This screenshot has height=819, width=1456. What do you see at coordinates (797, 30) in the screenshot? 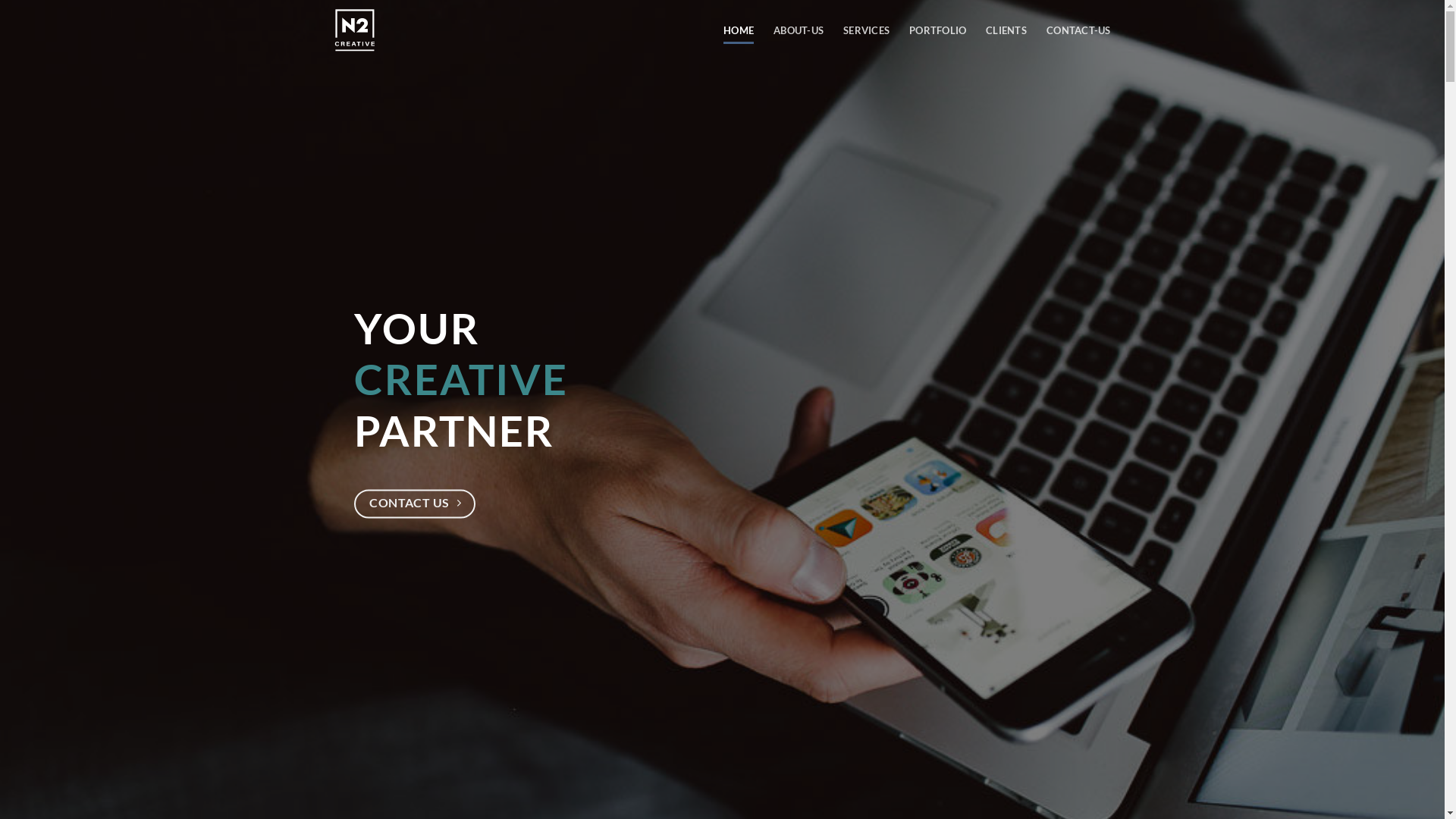
I see `'ABOUT-US'` at bounding box center [797, 30].